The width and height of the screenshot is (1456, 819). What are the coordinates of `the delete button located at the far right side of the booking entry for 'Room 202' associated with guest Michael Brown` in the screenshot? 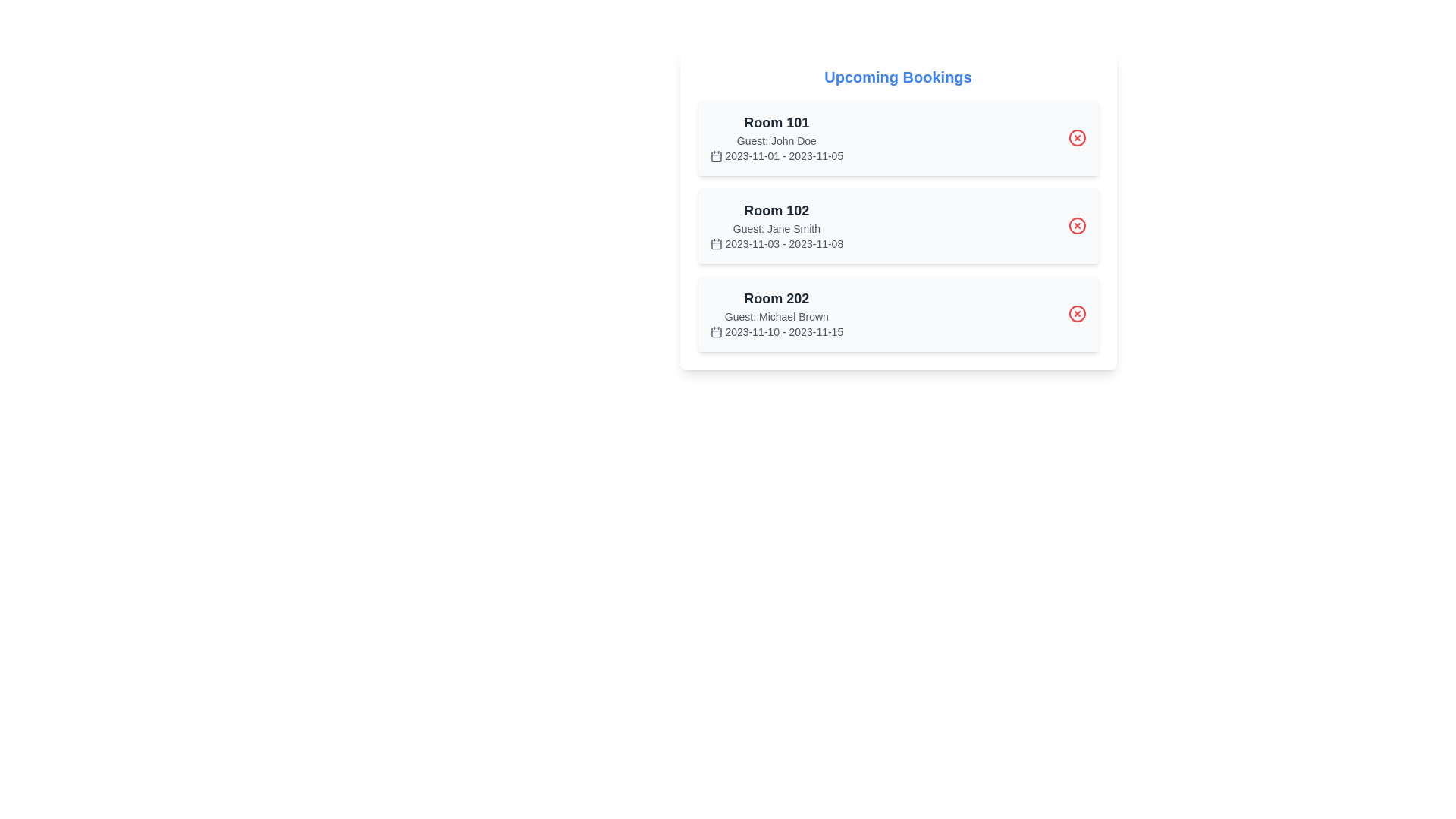 It's located at (1076, 312).